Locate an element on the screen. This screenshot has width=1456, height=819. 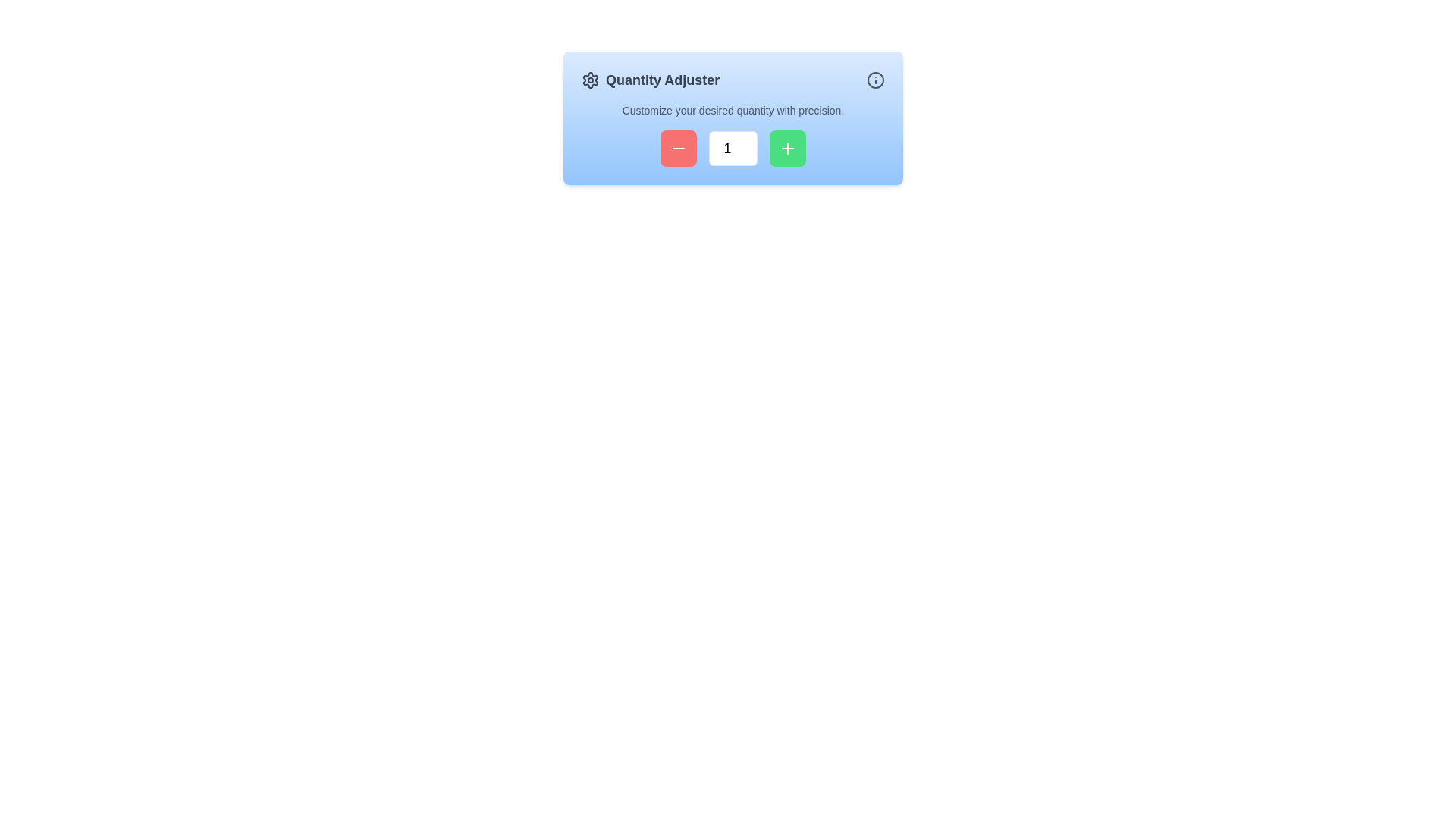
the gear-shaped icon located in the top-left corner of the blue card interface titled 'Quantity Adjuster' is located at coordinates (589, 80).